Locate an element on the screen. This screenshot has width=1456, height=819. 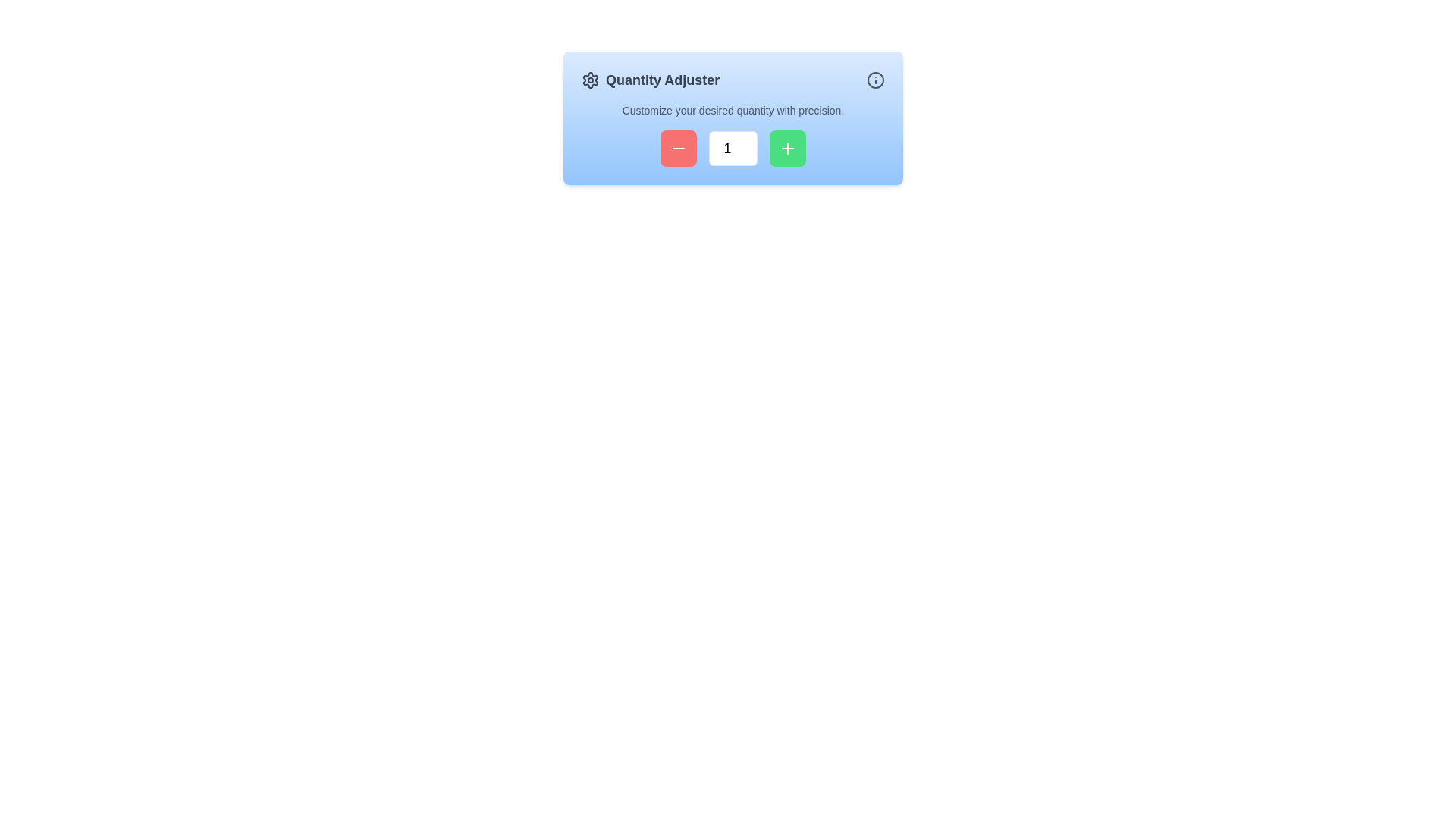
the gear-shaped icon located in the top-left corner of the blue card interface titled 'Quantity Adjuster' is located at coordinates (589, 80).